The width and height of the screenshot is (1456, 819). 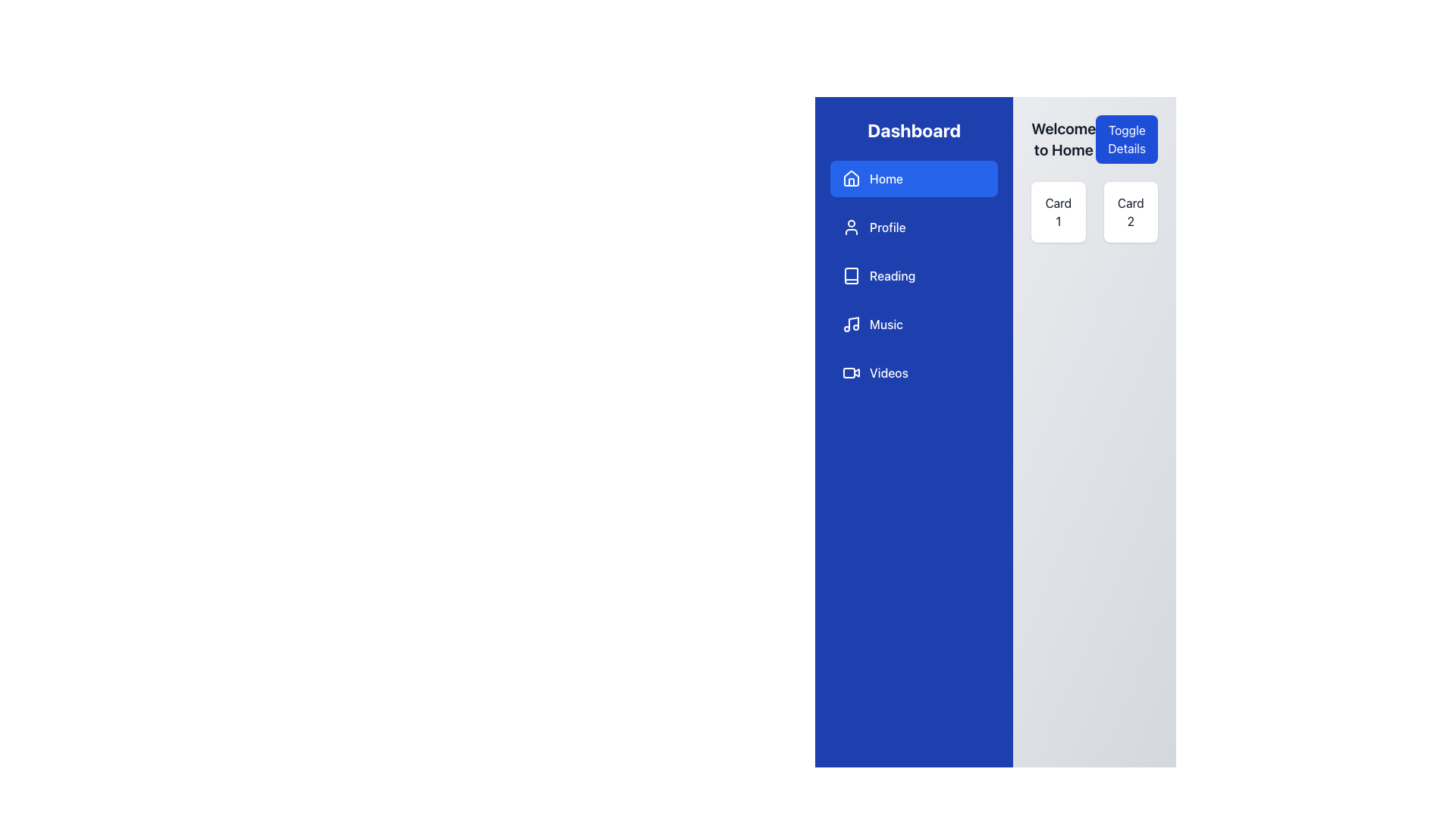 What do you see at coordinates (1131, 212) in the screenshot?
I see `the second card in the sidebar's right section` at bounding box center [1131, 212].